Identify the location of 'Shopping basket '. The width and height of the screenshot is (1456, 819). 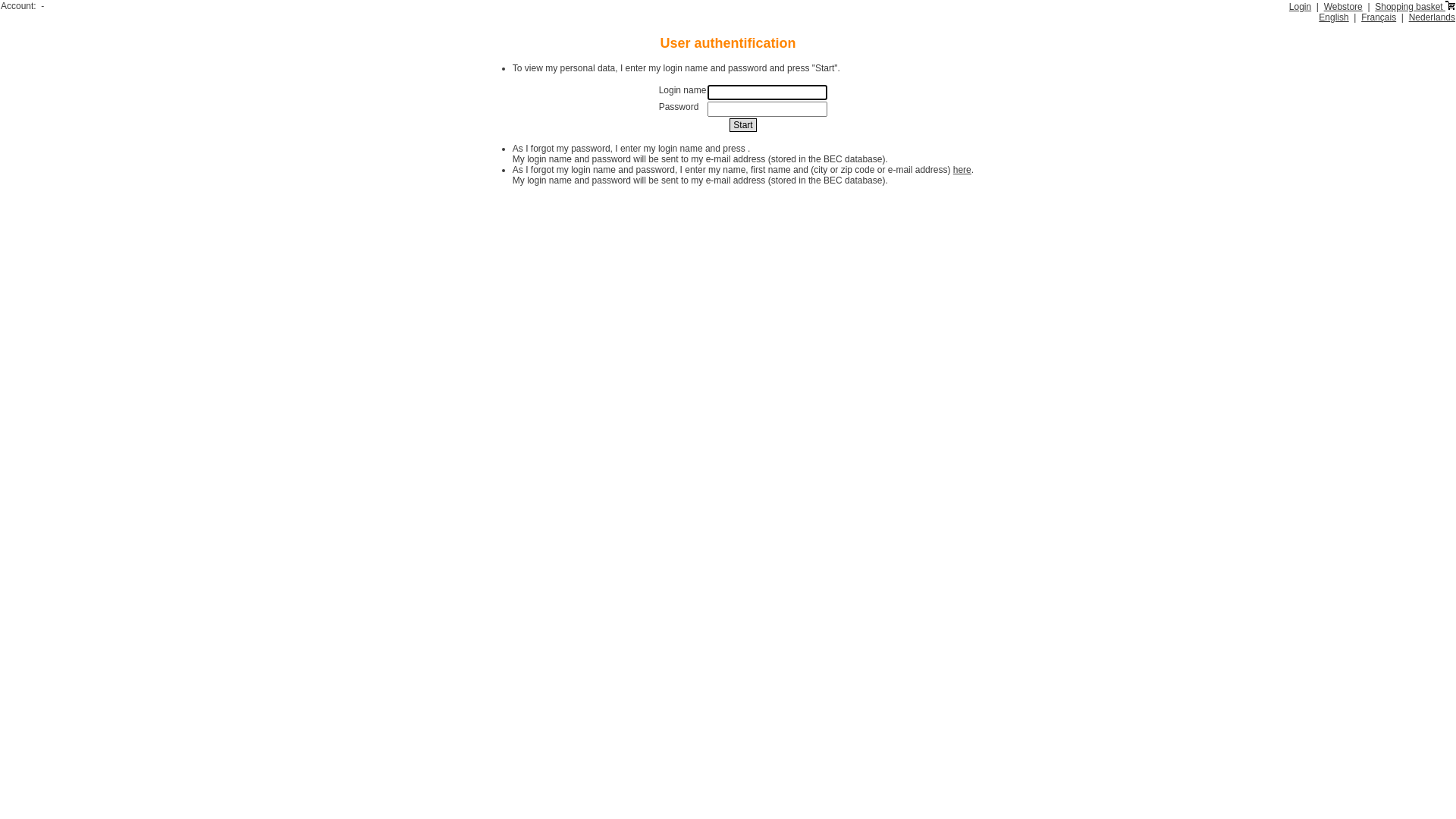
(1414, 6).